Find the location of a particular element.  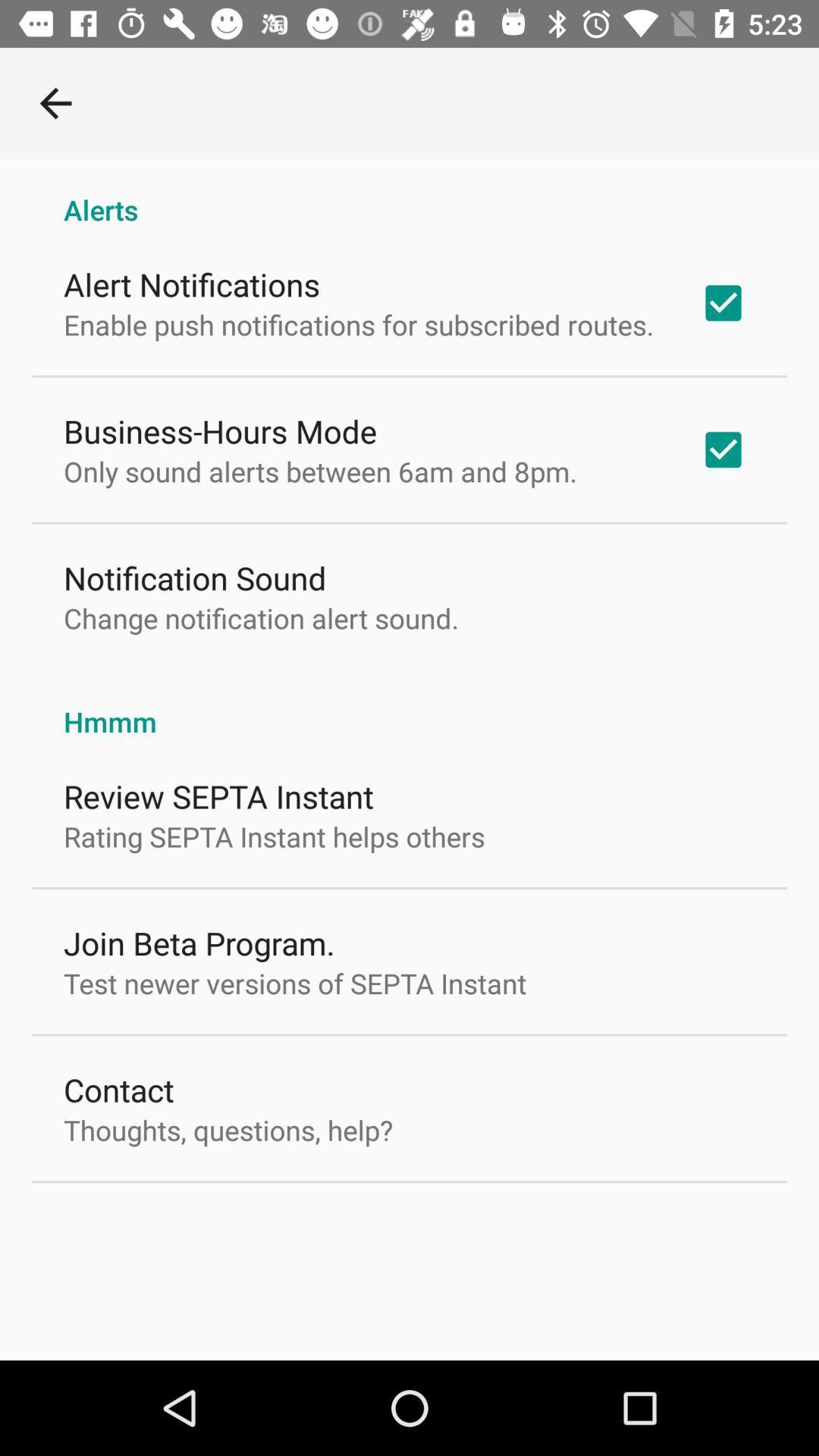

item above business-hours mode icon is located at coordinates (359, 324).